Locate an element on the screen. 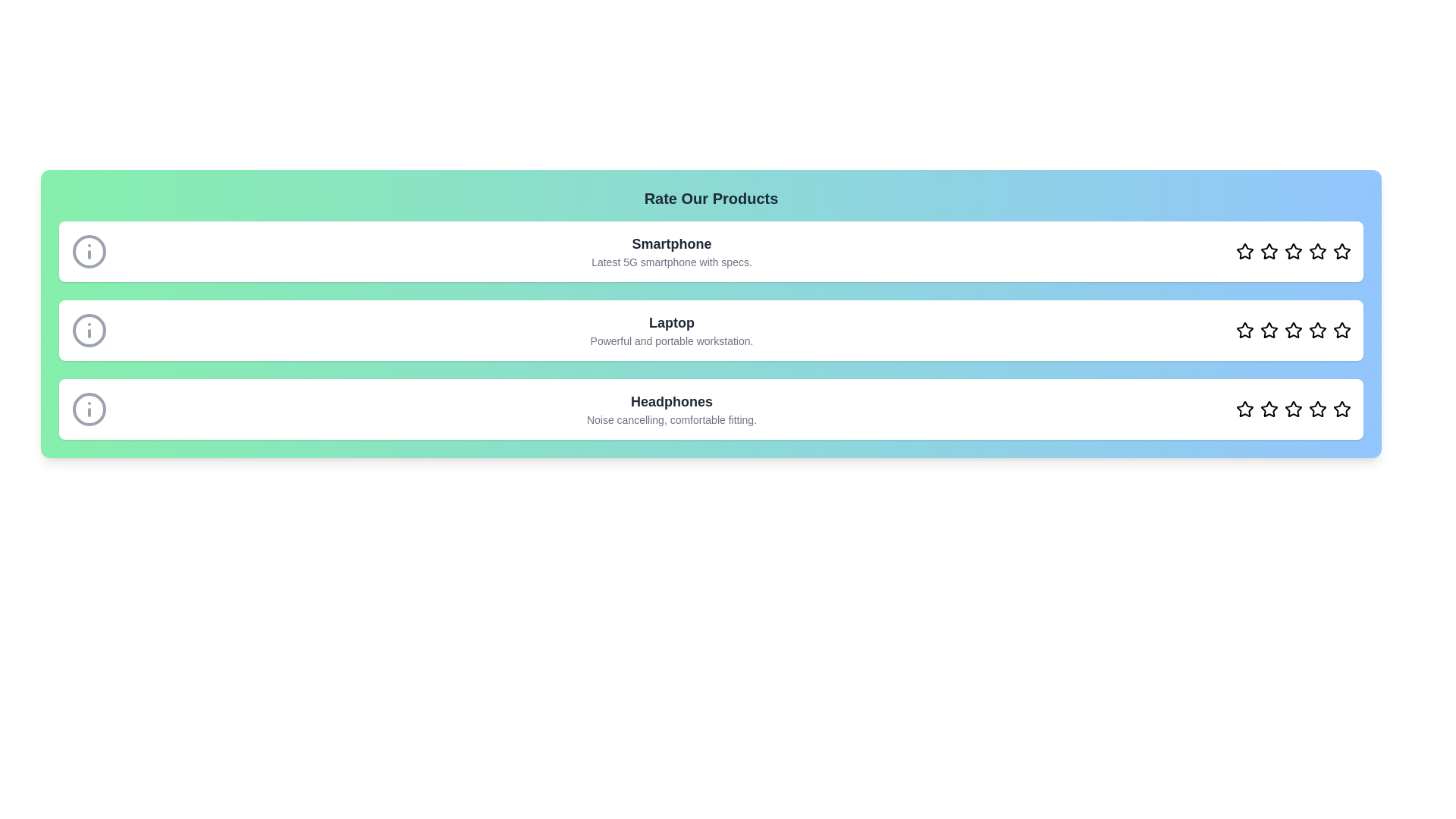 The height and width of the screenshot is (819, 1456). the fourth star in the star rating system is located at coordinates (1292, 250).